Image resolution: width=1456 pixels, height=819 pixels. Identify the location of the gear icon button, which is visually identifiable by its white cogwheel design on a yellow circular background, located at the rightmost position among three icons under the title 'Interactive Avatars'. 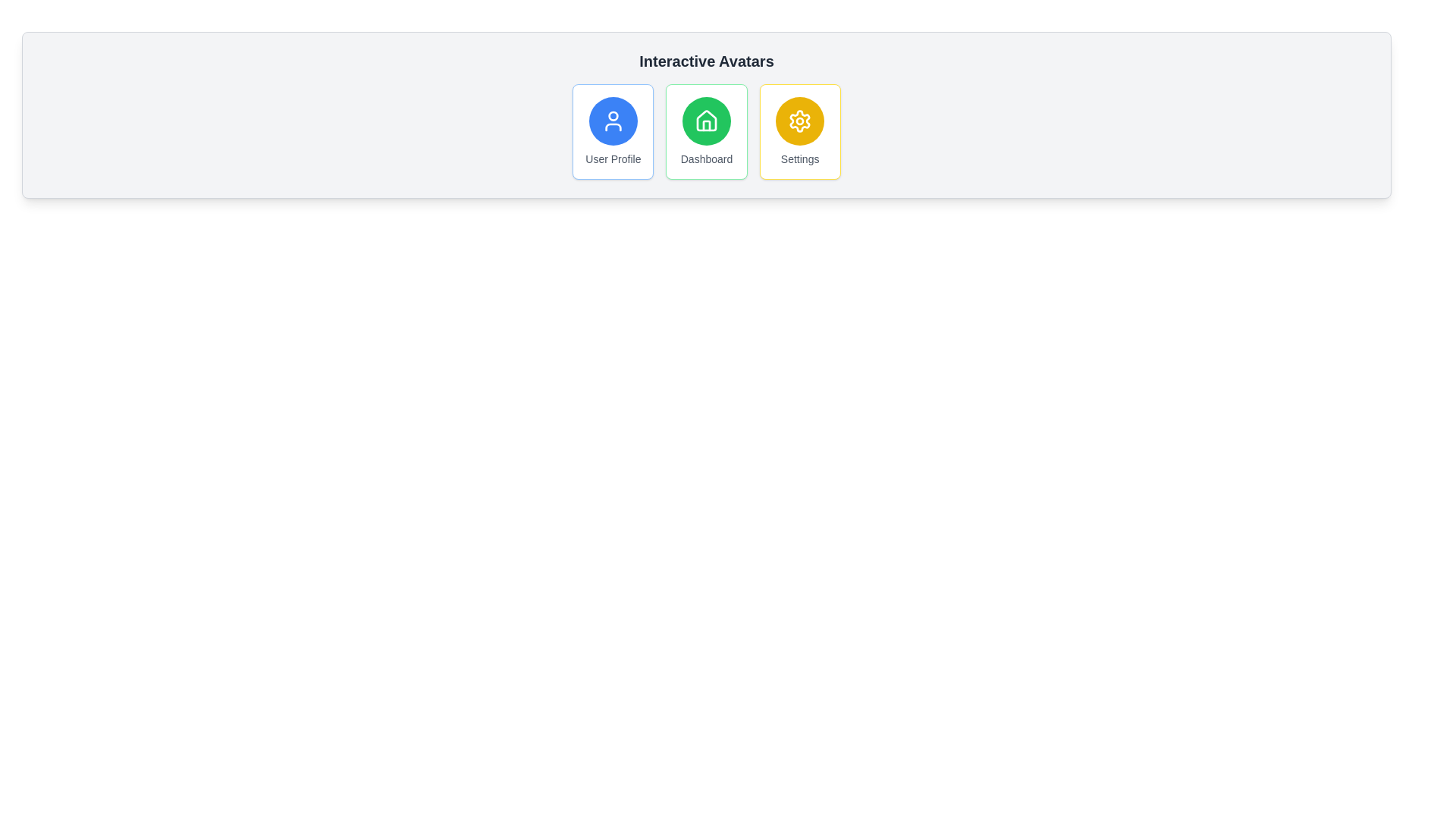
(799, 120).